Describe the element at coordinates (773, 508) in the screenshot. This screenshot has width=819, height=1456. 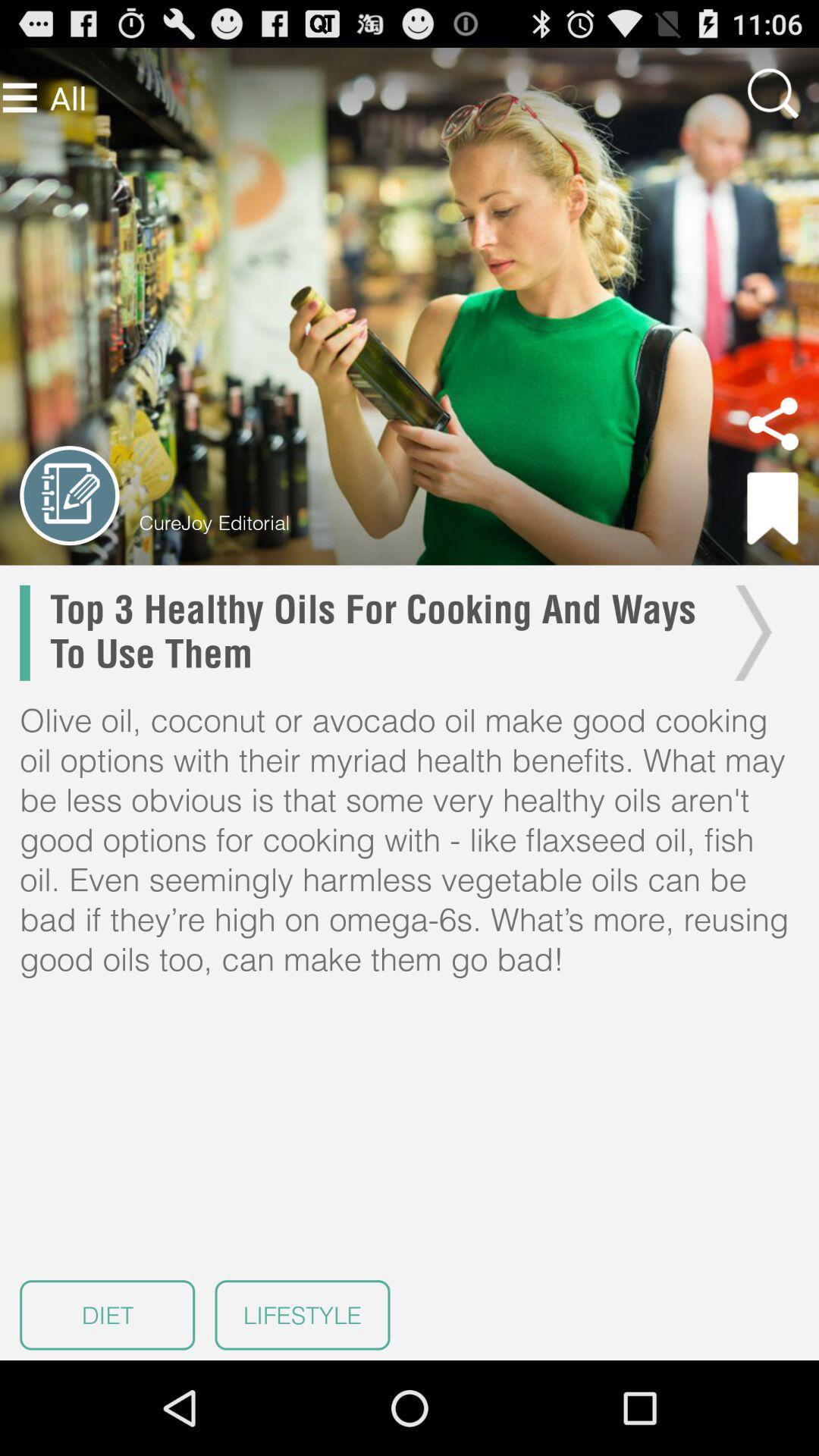
I see `bookmark link` at that location.